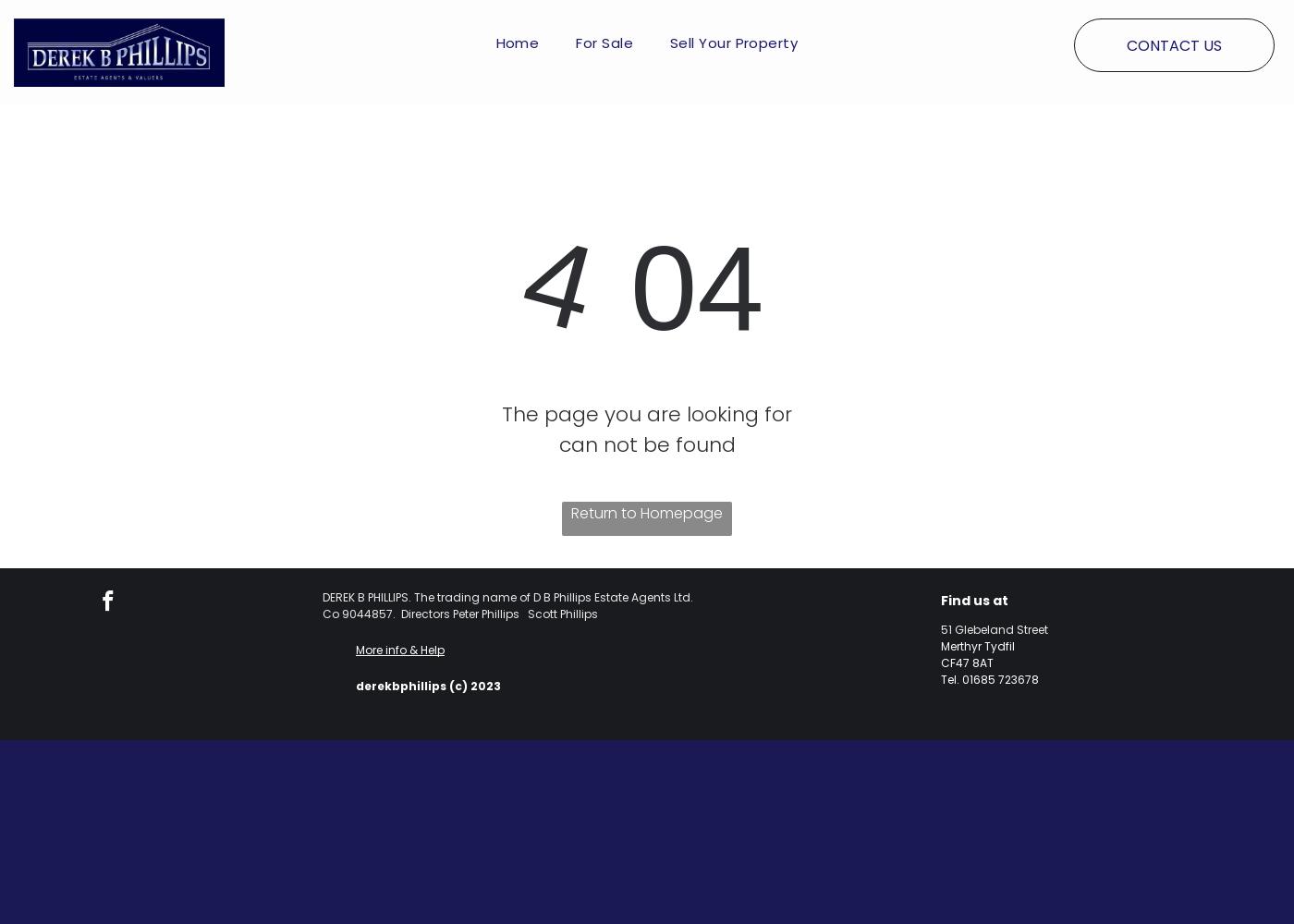 The height and width of the screenshot is (924, 1294). Describe the element at coordinates (459, 614) in the screenshot. I see `'Co 9044857.  Directors Peter Phillips   Scott Phillips'` at that location.